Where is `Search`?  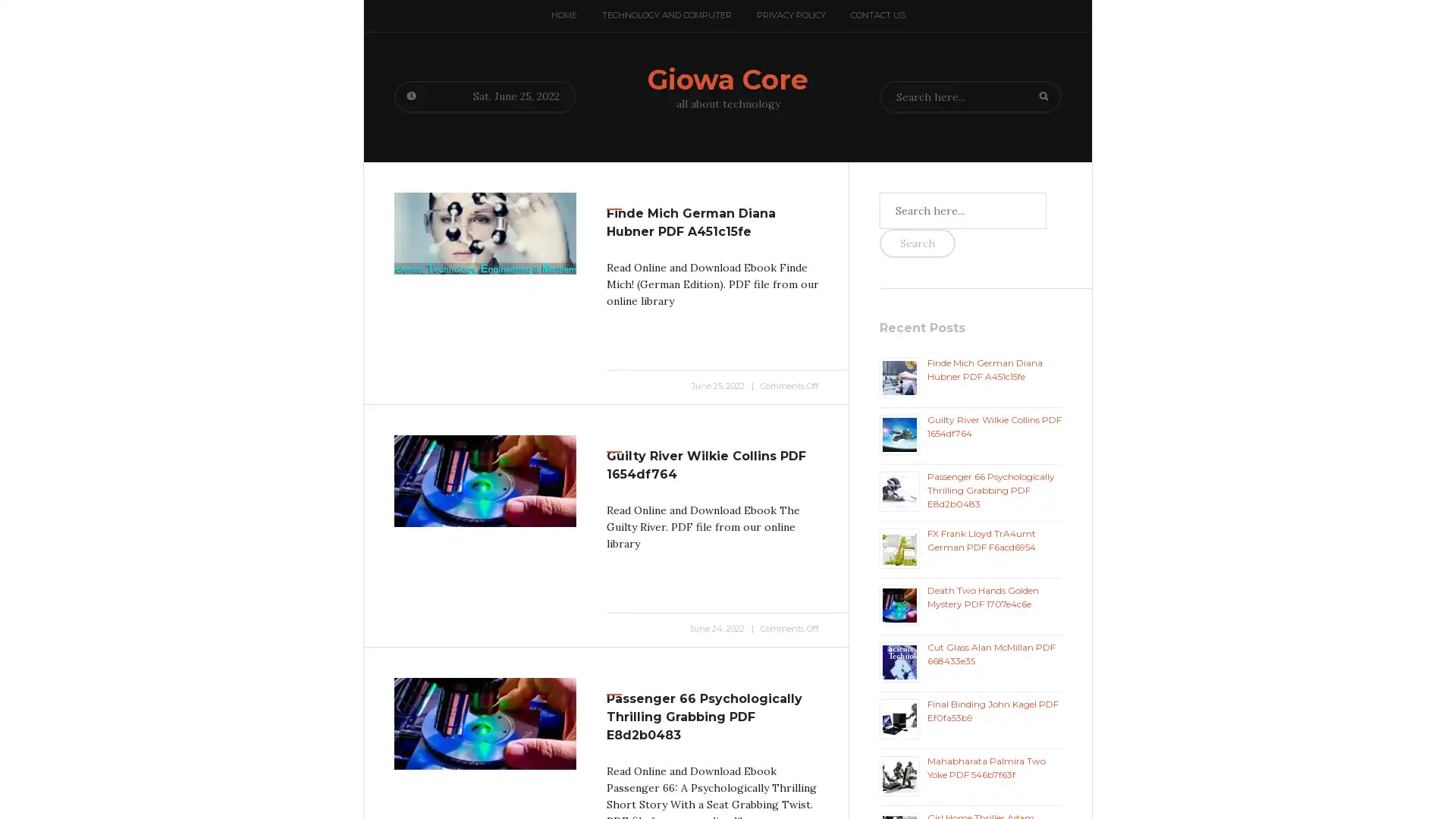 Search is located at coordinates (916, 242).